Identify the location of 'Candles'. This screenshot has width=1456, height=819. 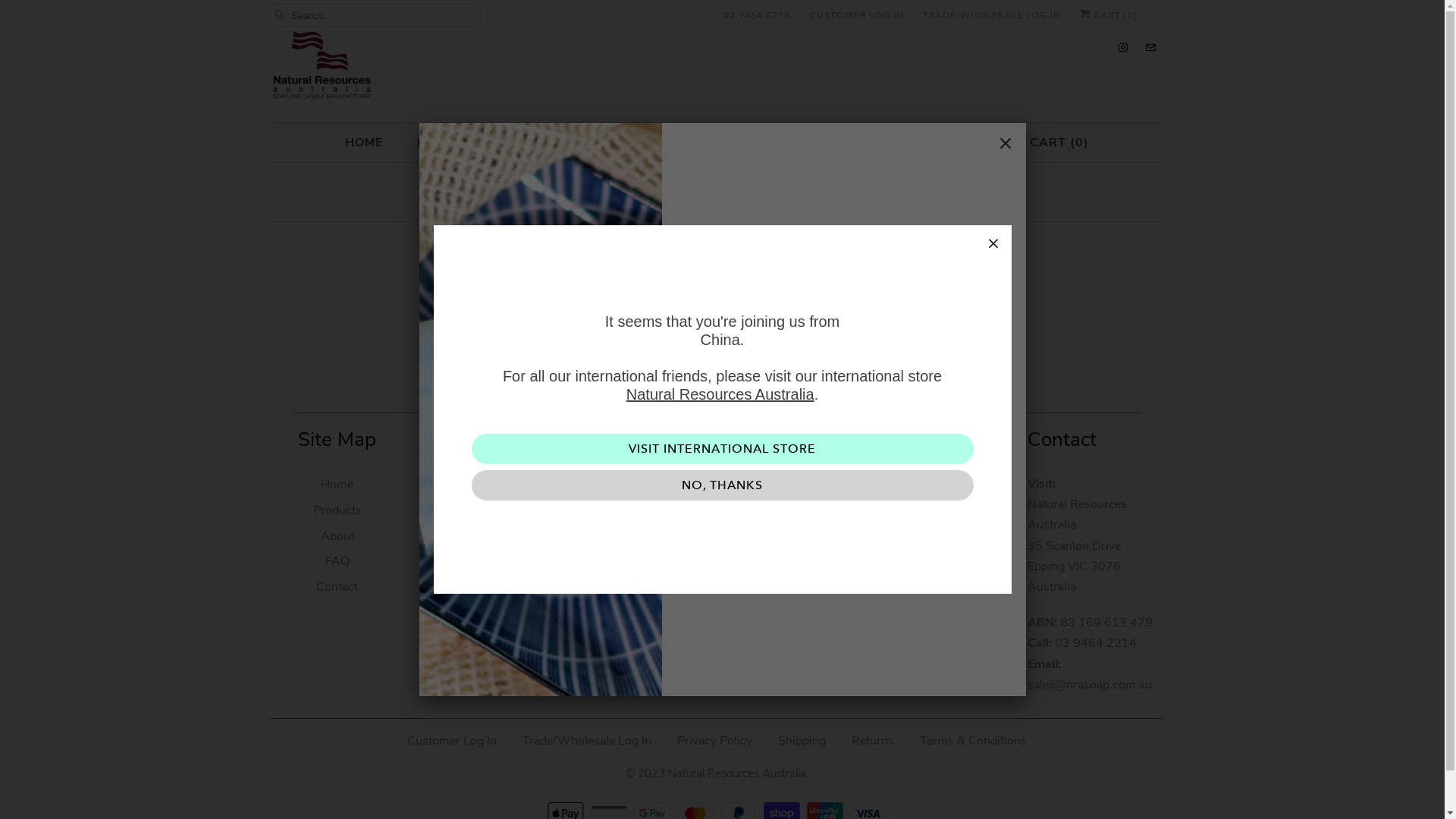
(488, 535).